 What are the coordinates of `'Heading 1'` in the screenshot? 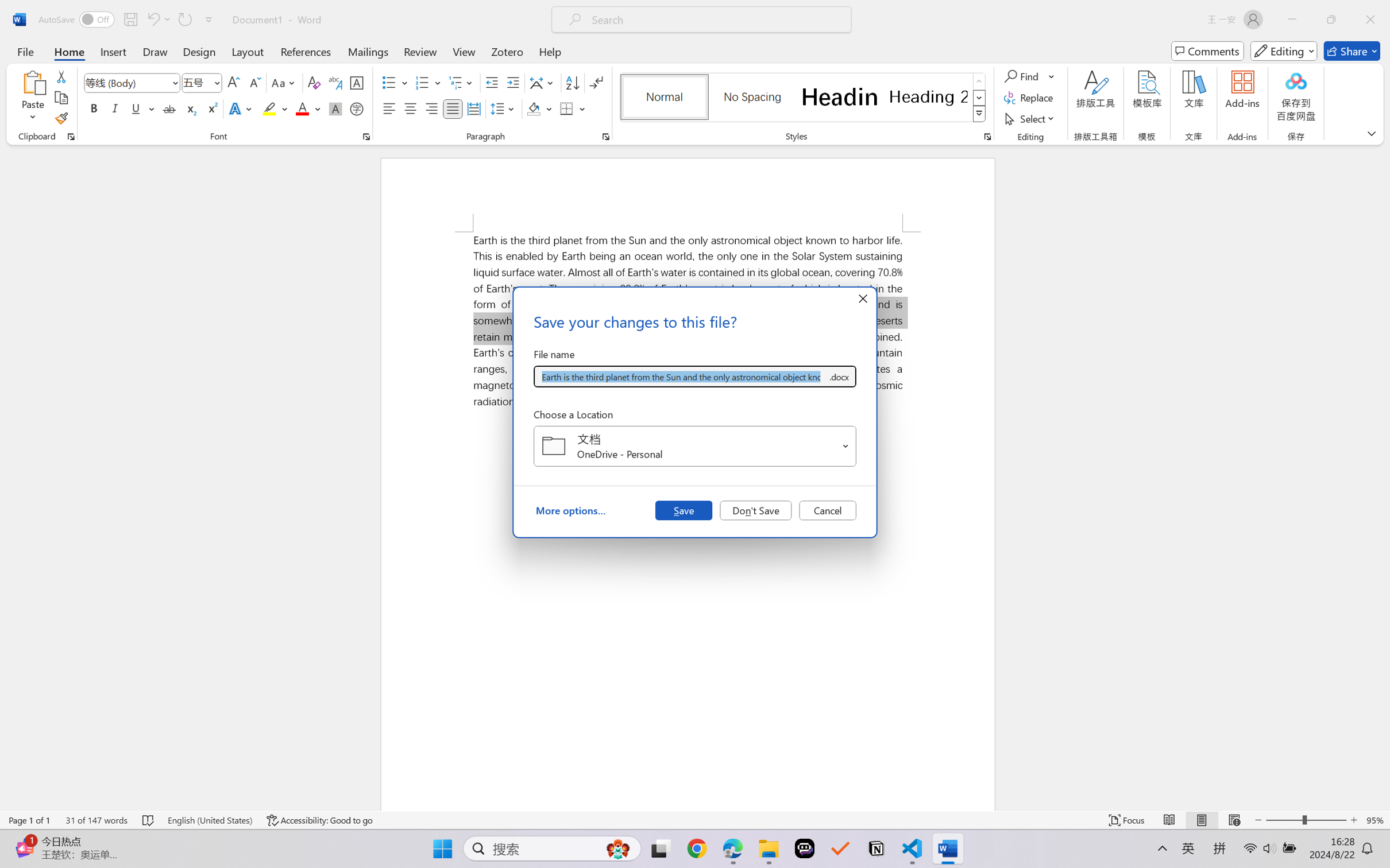 It's located at (839, 96).